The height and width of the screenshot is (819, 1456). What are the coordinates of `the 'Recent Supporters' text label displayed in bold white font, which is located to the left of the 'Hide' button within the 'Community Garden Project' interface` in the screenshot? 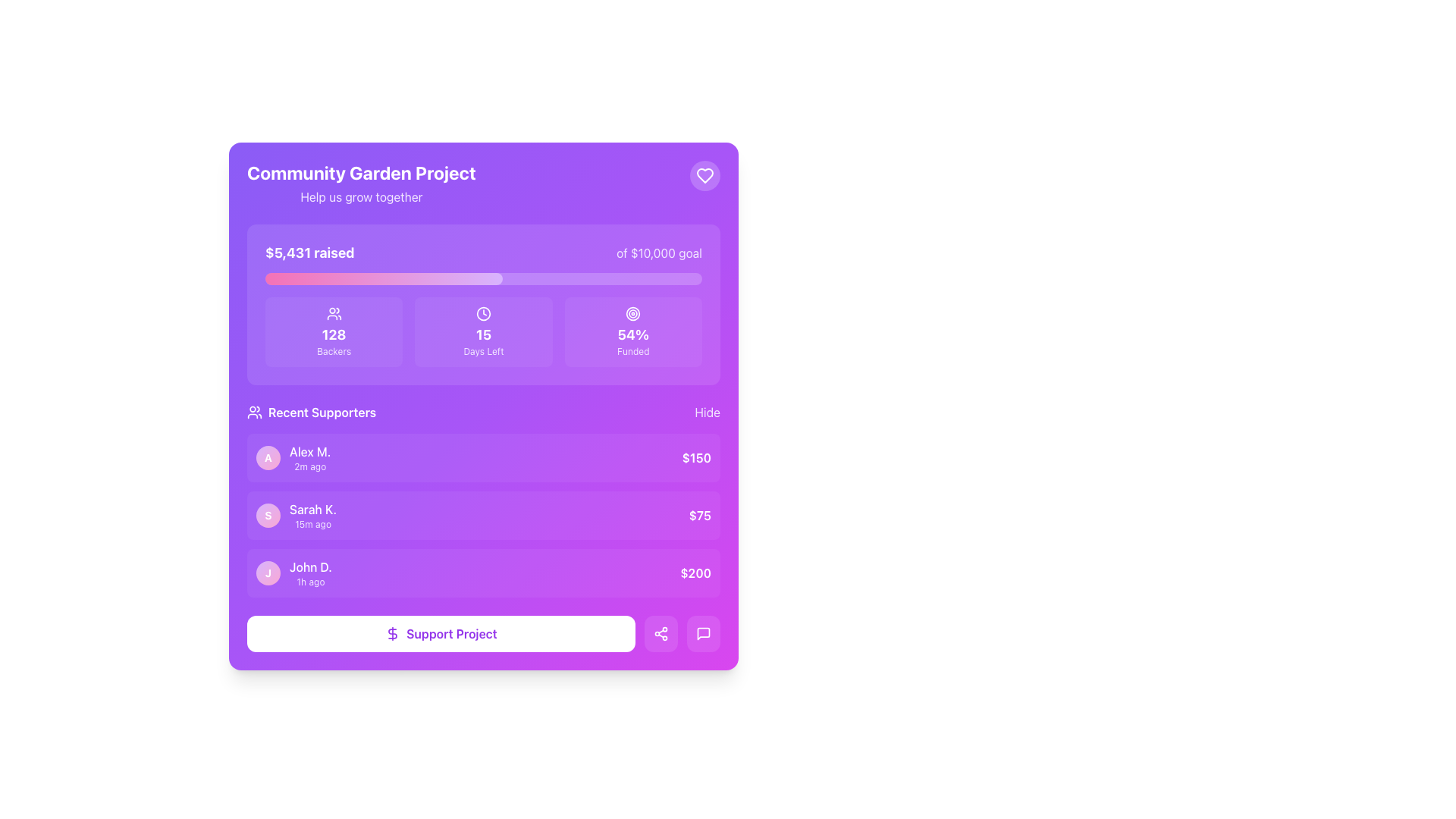 It's located at (311, 412).